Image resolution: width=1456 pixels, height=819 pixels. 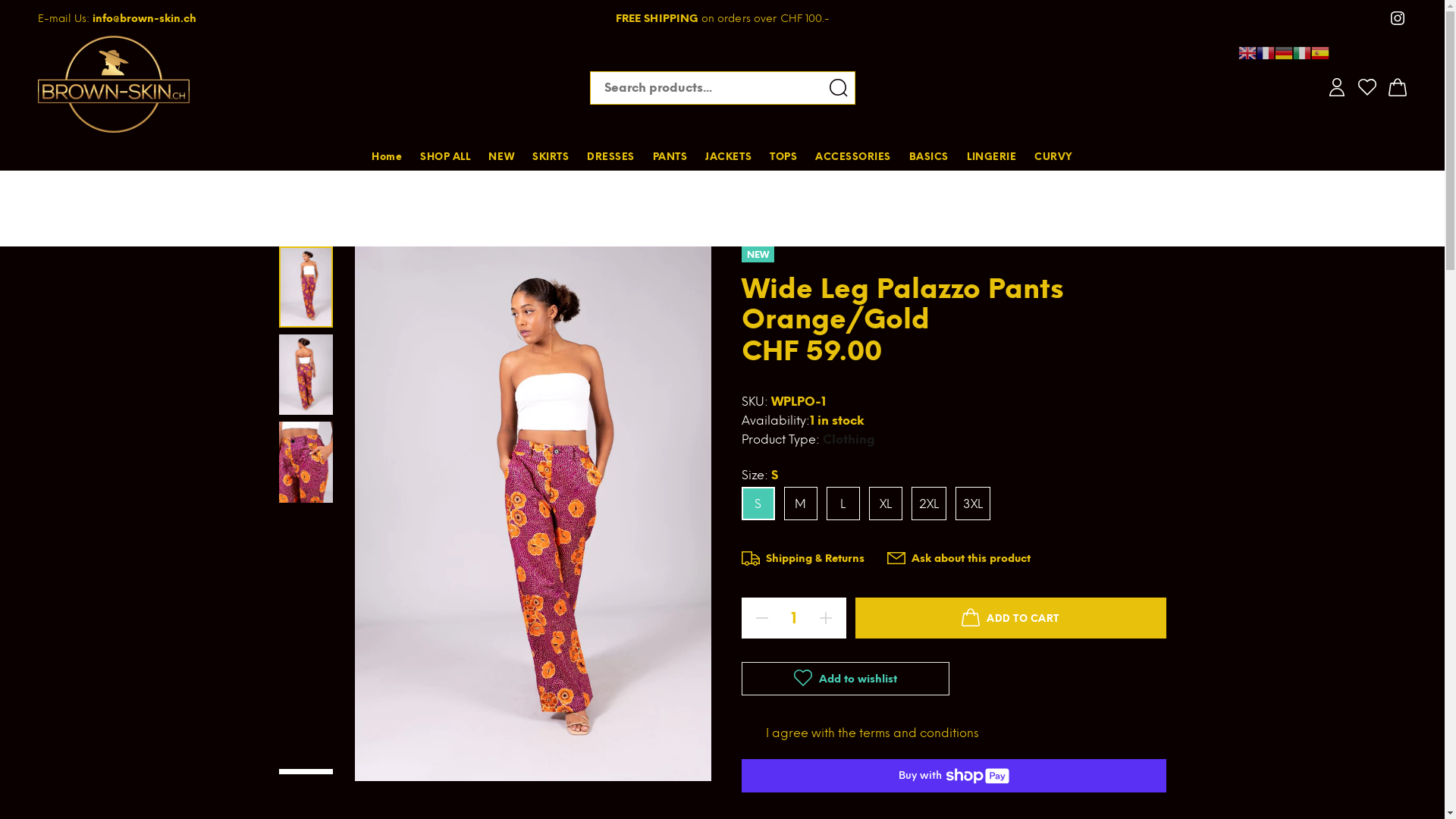 What do you see at coordinates (742, 677) in the screenshot?
I see `'Add to wishlist'` at bounding box center [742, 677].